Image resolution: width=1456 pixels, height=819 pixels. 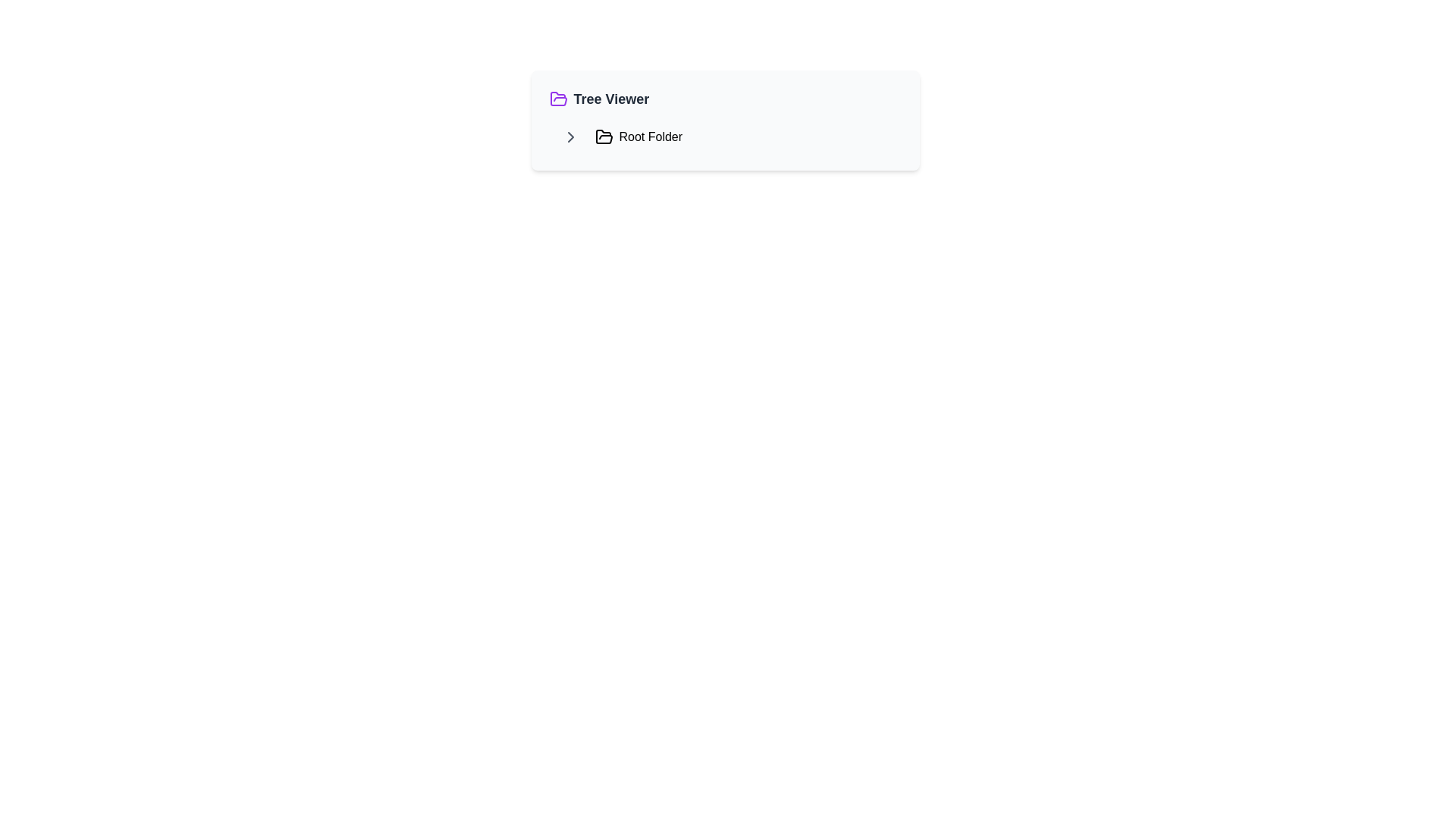 What do you see at coordinates (724, 137) in the screenshot?
I see `the 'Root Folder' item in the tree-view structure` at bounding box center [724, 137].